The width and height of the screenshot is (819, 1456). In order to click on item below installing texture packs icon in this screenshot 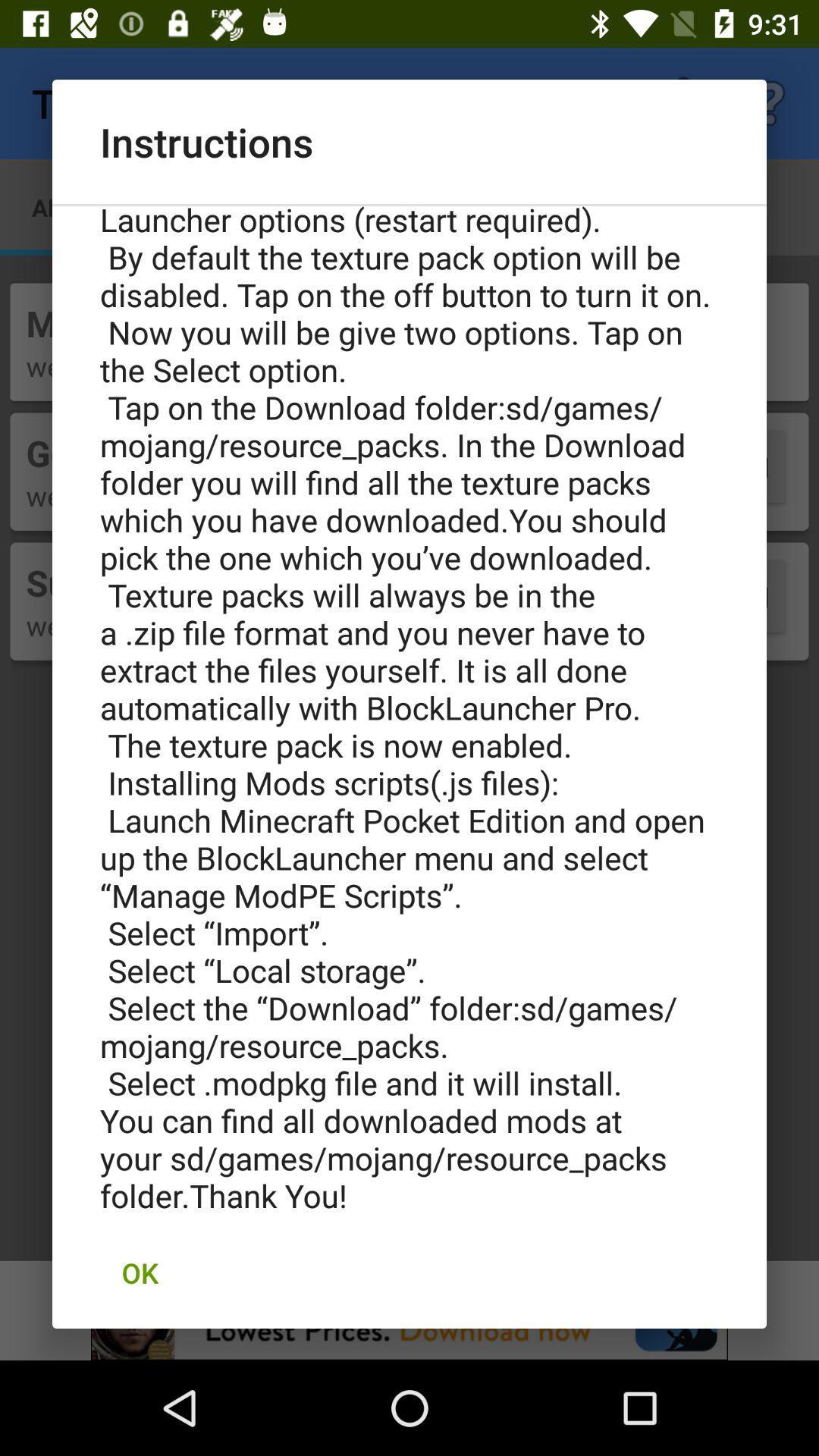, I will do `click(140, 1272)`.